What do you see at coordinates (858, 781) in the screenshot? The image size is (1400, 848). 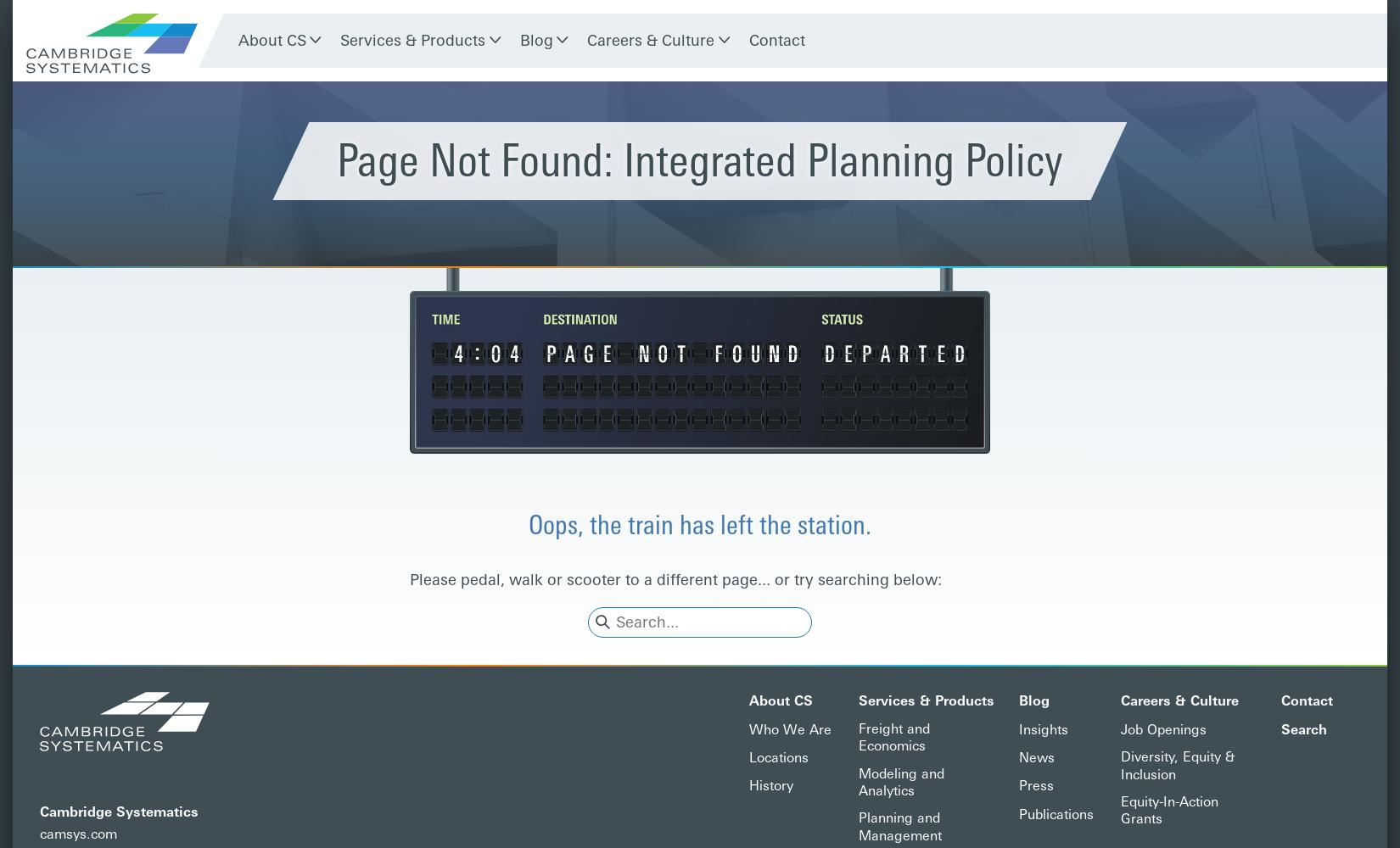 I see `'Modeling and Analytics'` at bounding box center [858, 781].